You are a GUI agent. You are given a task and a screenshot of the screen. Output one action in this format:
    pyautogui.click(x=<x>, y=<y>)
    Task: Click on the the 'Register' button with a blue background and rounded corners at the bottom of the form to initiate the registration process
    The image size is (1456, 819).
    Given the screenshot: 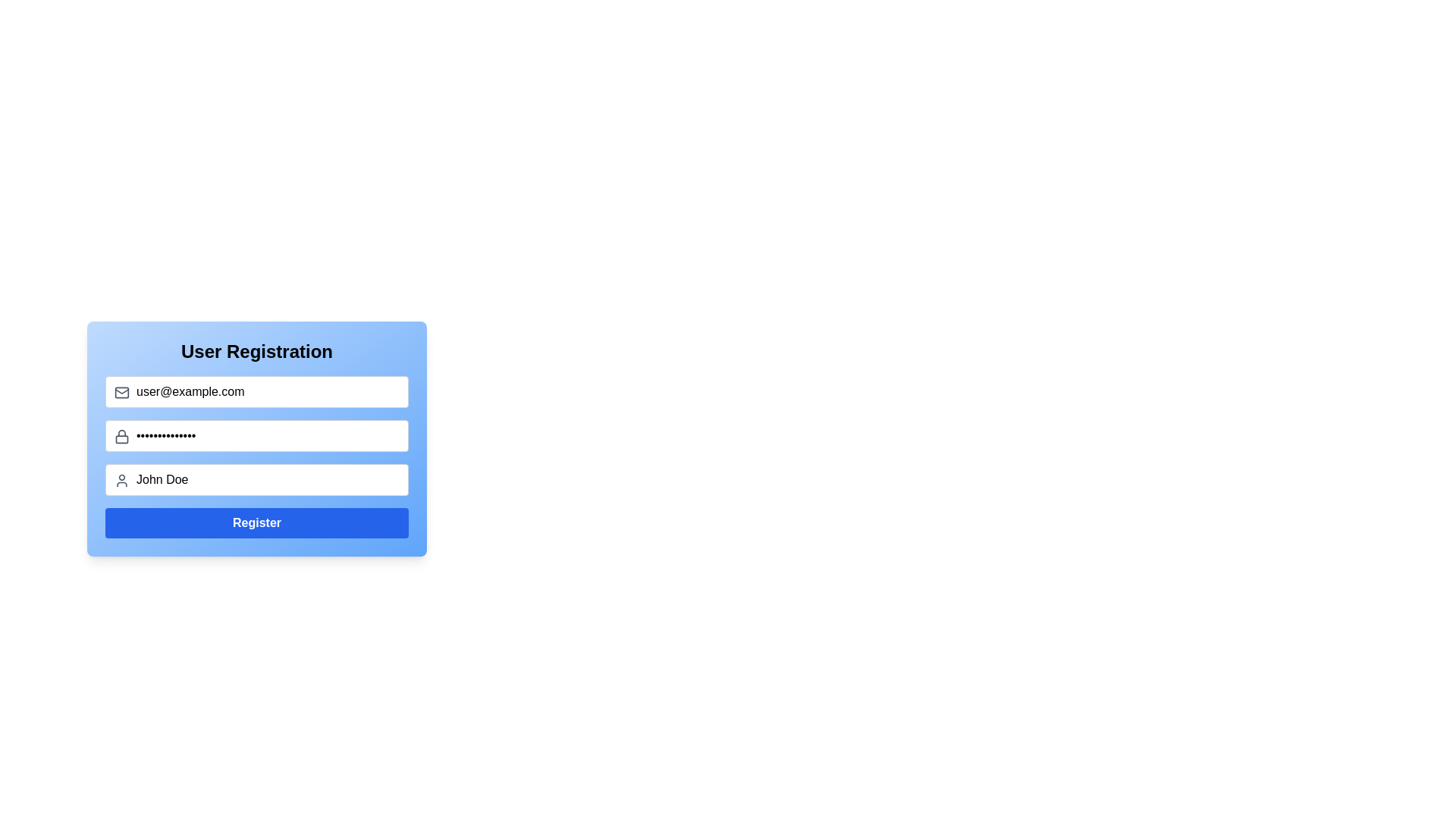 What is the action you would take?
    pyautogui.click(x=257, y=522)
    